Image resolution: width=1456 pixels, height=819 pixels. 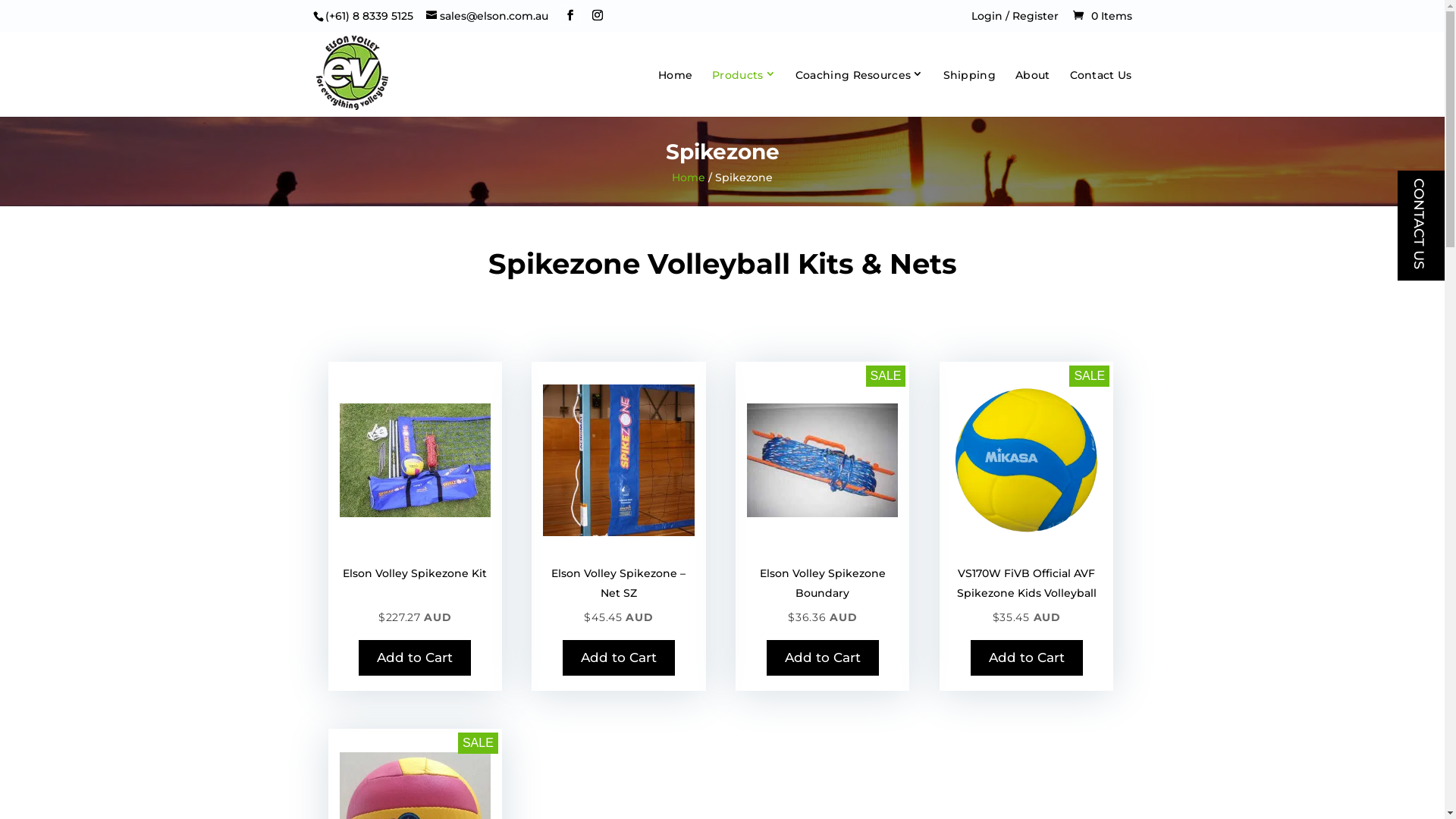 I want to click on 'Register', so click(x=1034, y=15).